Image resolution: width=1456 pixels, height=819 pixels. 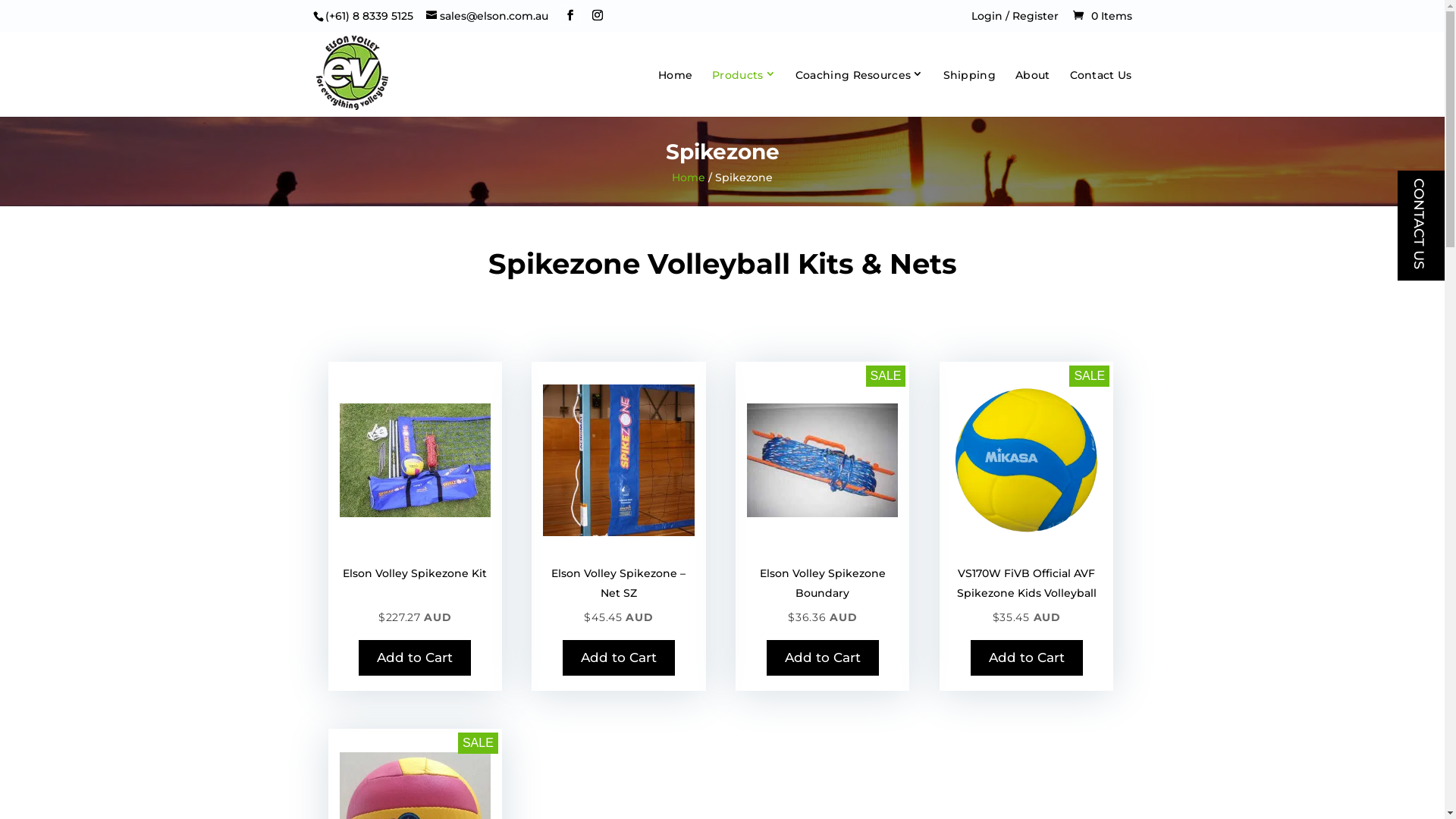 I want to click on 'Register', so click(x=1034, y=15).